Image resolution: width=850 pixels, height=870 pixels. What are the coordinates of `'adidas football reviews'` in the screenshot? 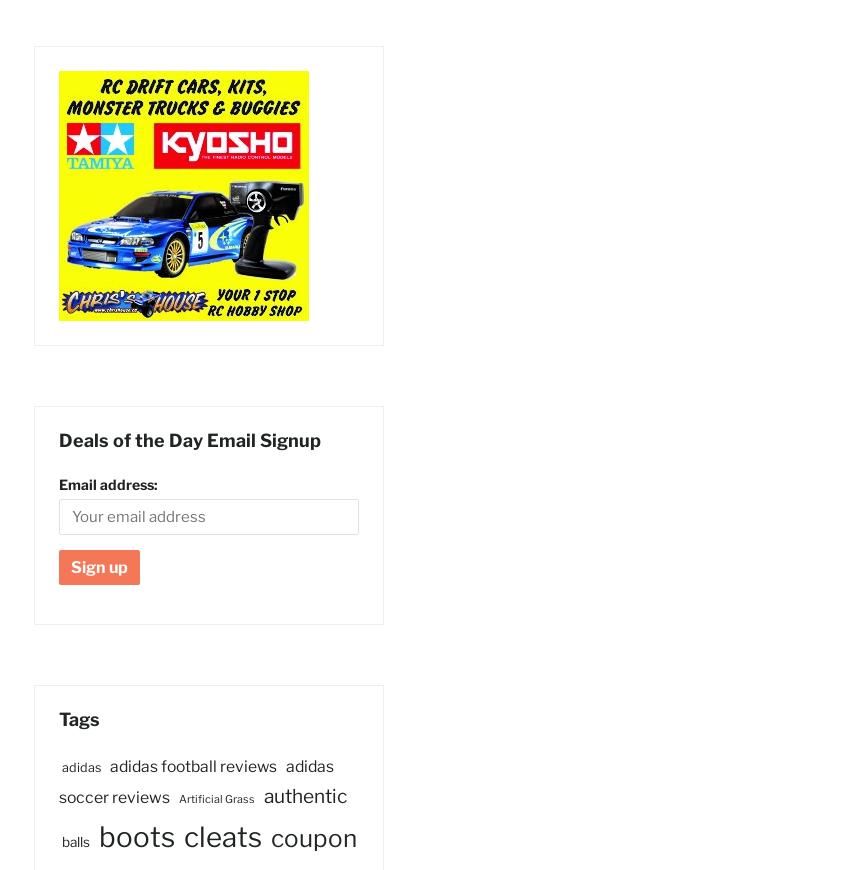 It's located at (108, 766).